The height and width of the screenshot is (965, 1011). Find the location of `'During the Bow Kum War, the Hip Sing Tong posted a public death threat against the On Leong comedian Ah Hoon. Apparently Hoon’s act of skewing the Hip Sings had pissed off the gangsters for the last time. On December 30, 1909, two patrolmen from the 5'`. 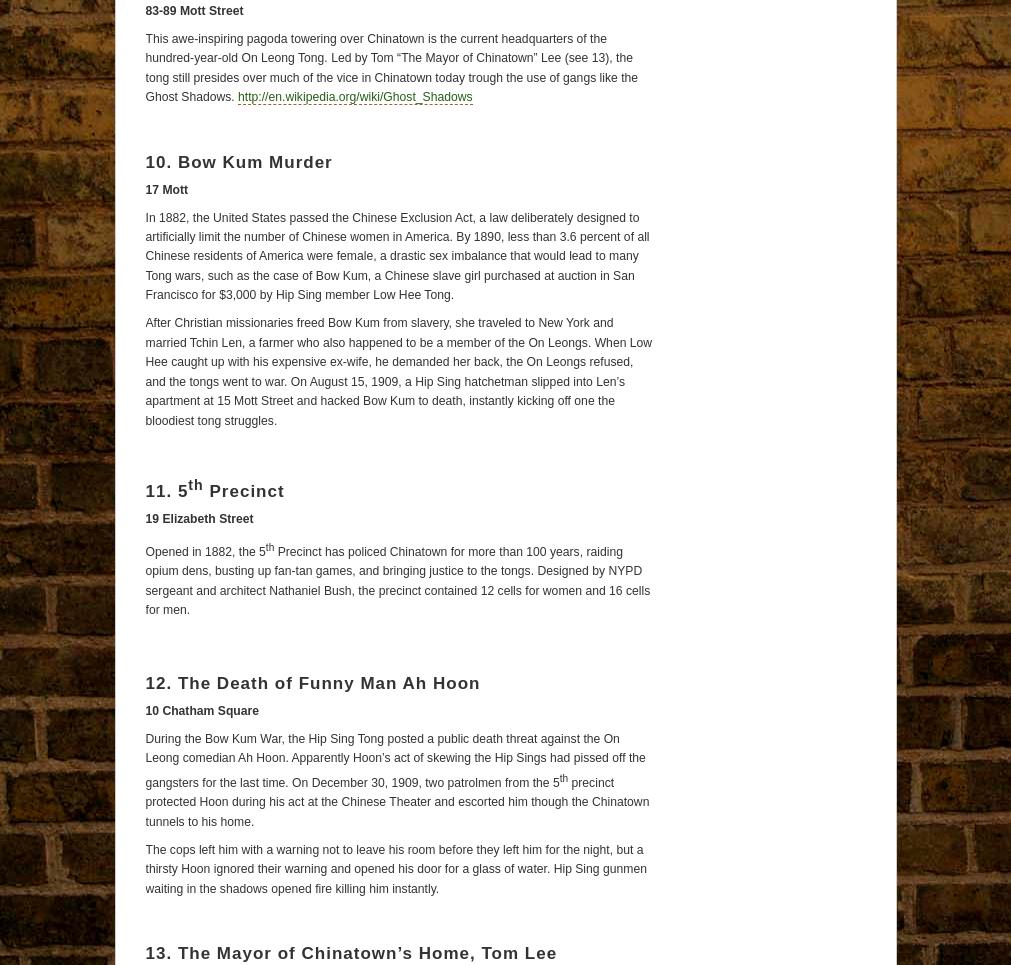

'During the Bow Kum War, the Hip Sing Tong posted a public death threat against the On Leong comedian Ah Hoon. Apparently Hoon’s act of skewing the Hip Sings had pissed off the gangsters for the last time. On December 30, 1909, two patrolmen from the 5' is located at coordinates (393, 759).